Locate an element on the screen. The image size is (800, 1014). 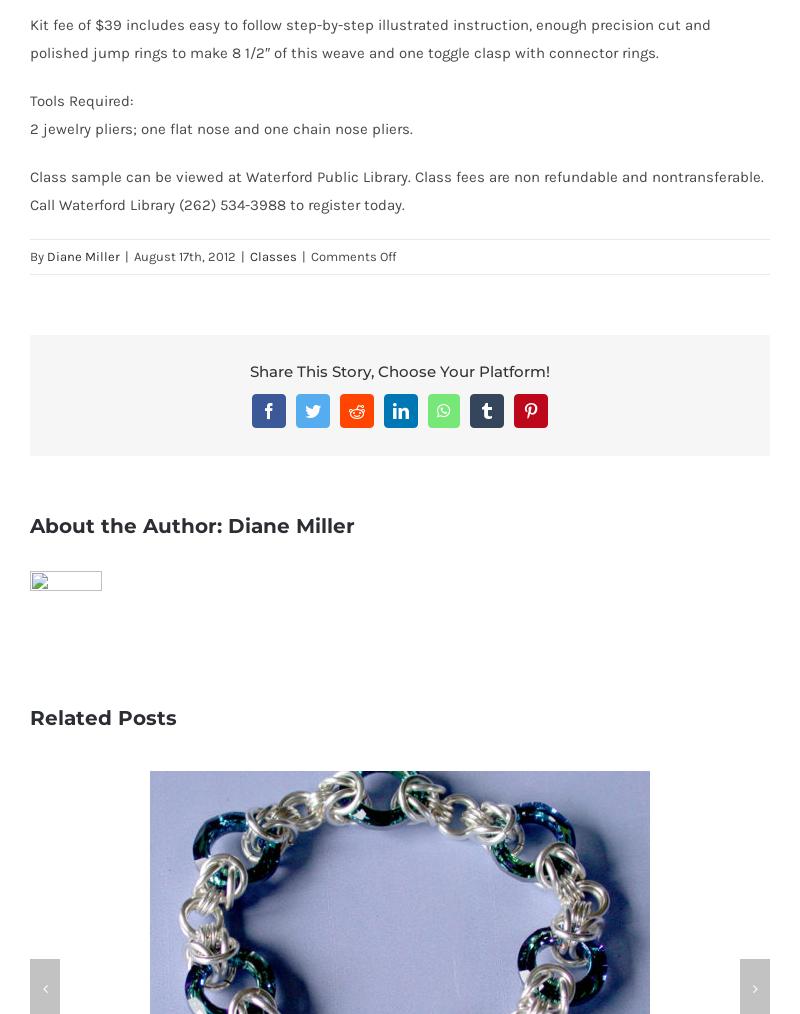
'Classes' is located at coordinates (273, 255).